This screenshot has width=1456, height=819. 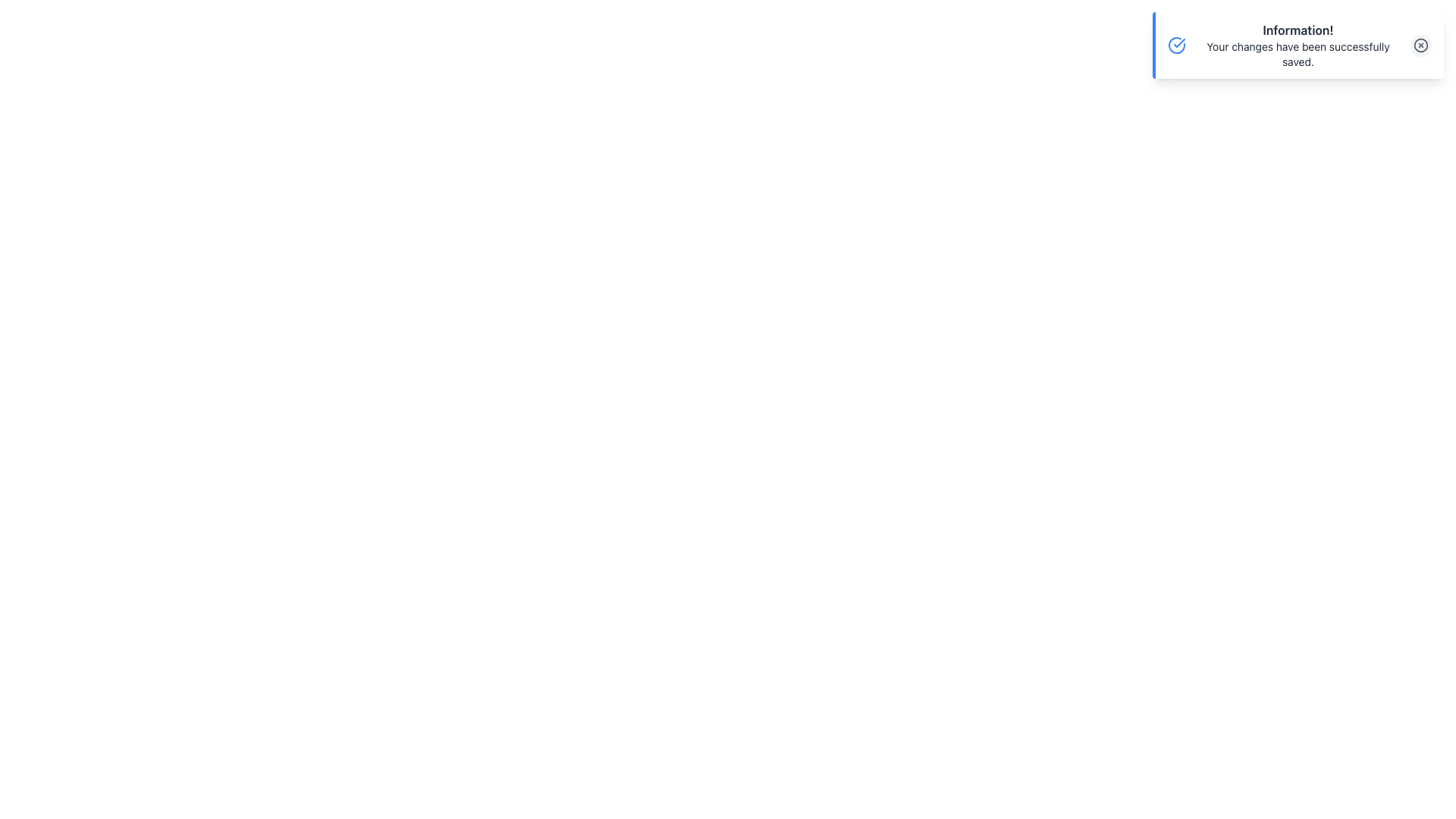 I want to click on the 'X' icon button located in the top-right corner of the notification dialog, so click(x=1420, y=45).